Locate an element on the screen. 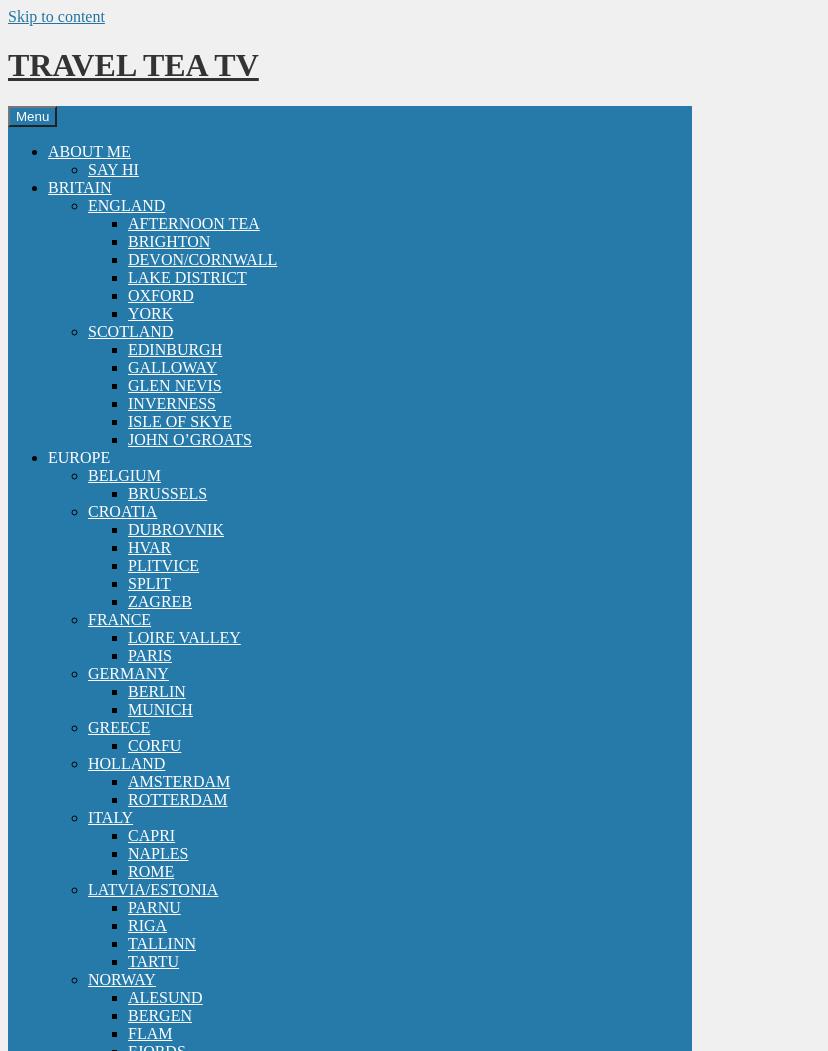 The image size is (828, 1051). 'NAPLES' is located at coordinates (157, 851).